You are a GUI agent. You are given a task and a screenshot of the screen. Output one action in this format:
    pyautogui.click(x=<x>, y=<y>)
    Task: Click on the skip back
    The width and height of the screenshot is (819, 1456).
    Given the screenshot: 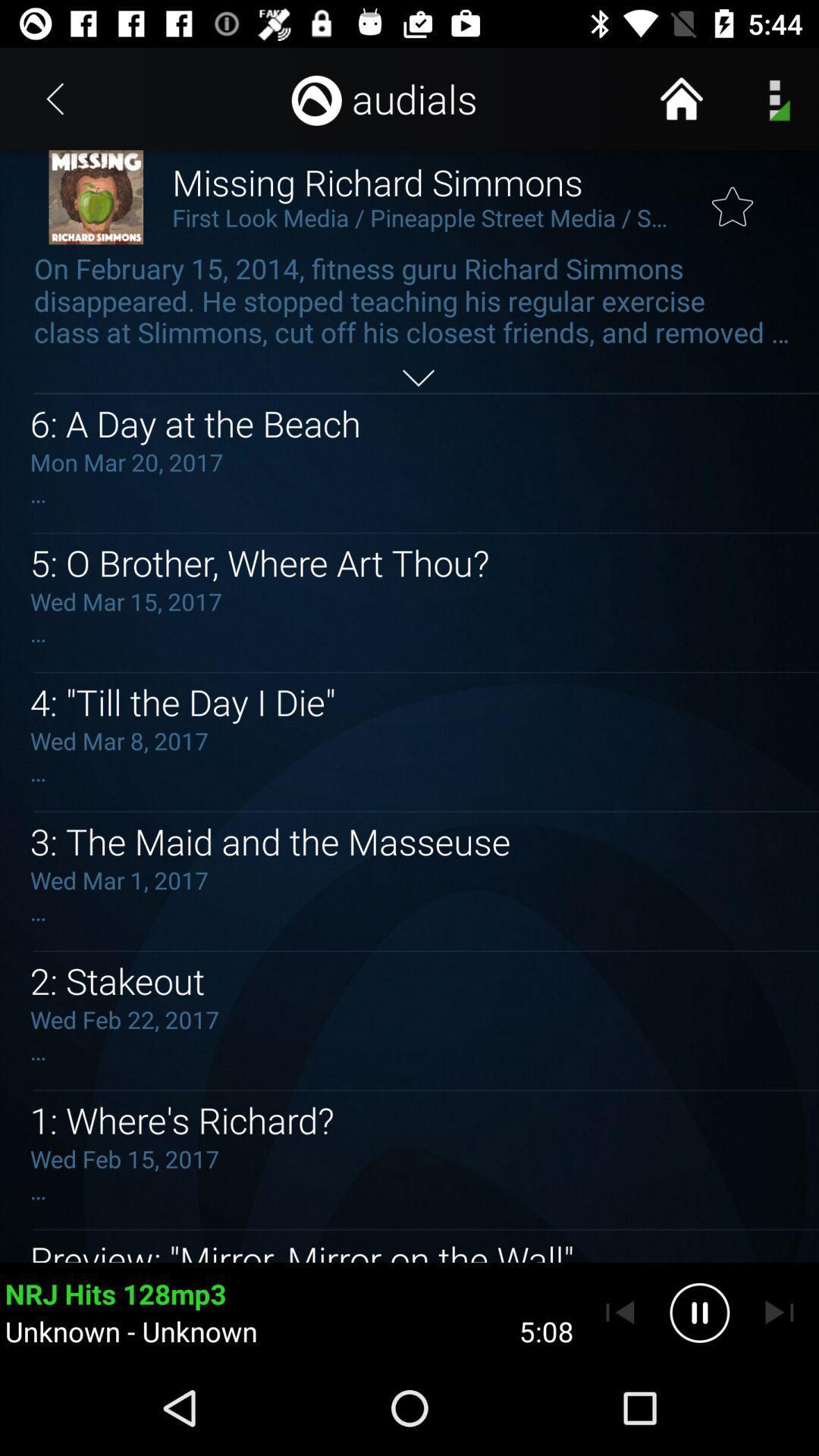 What is the action you would take?
    pyautogui.click(x=620, y=1312)
    